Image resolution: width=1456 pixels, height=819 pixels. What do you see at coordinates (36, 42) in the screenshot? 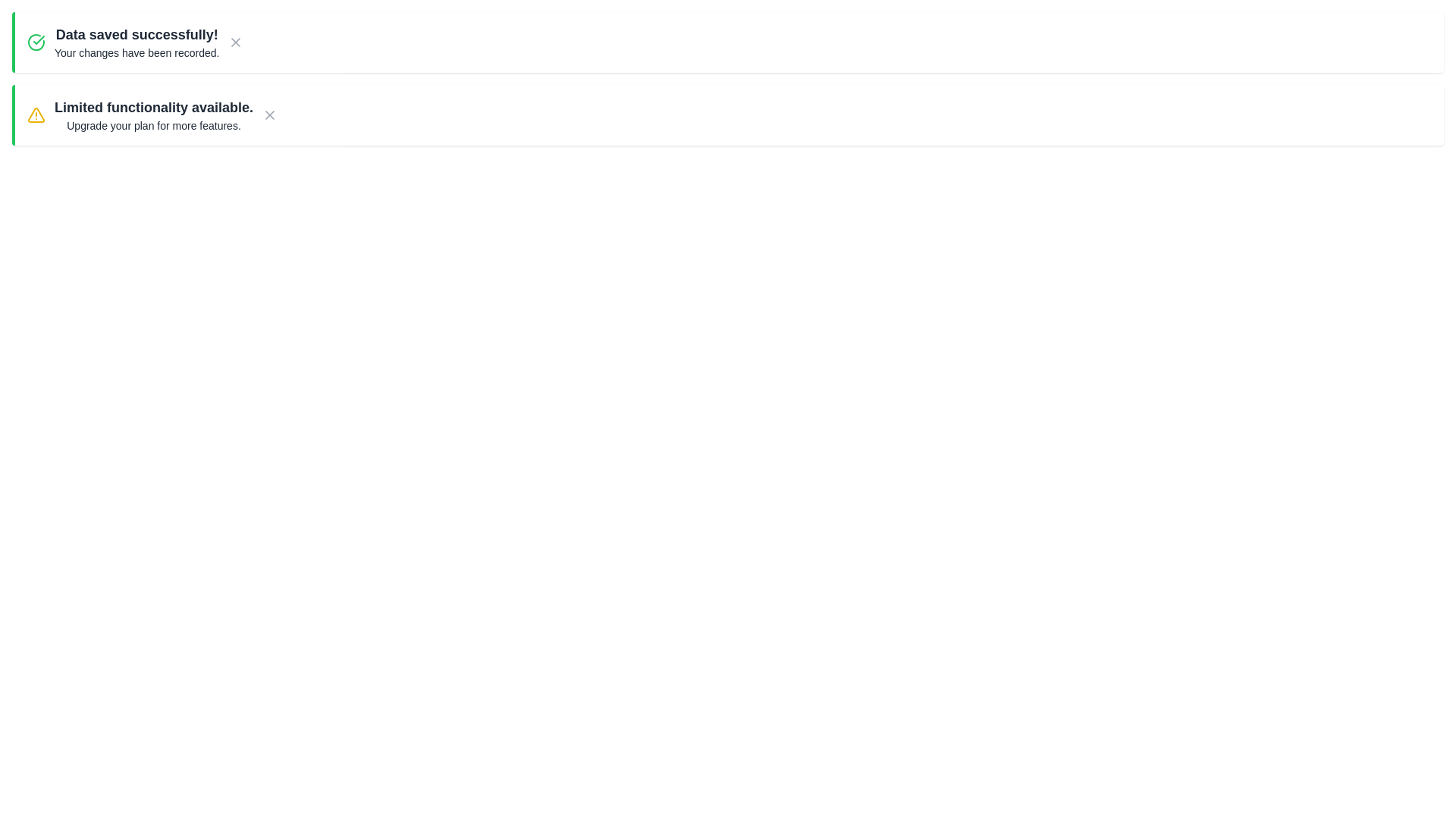
I see `the notification icon to observe its type` at bounding box center [36, 42].